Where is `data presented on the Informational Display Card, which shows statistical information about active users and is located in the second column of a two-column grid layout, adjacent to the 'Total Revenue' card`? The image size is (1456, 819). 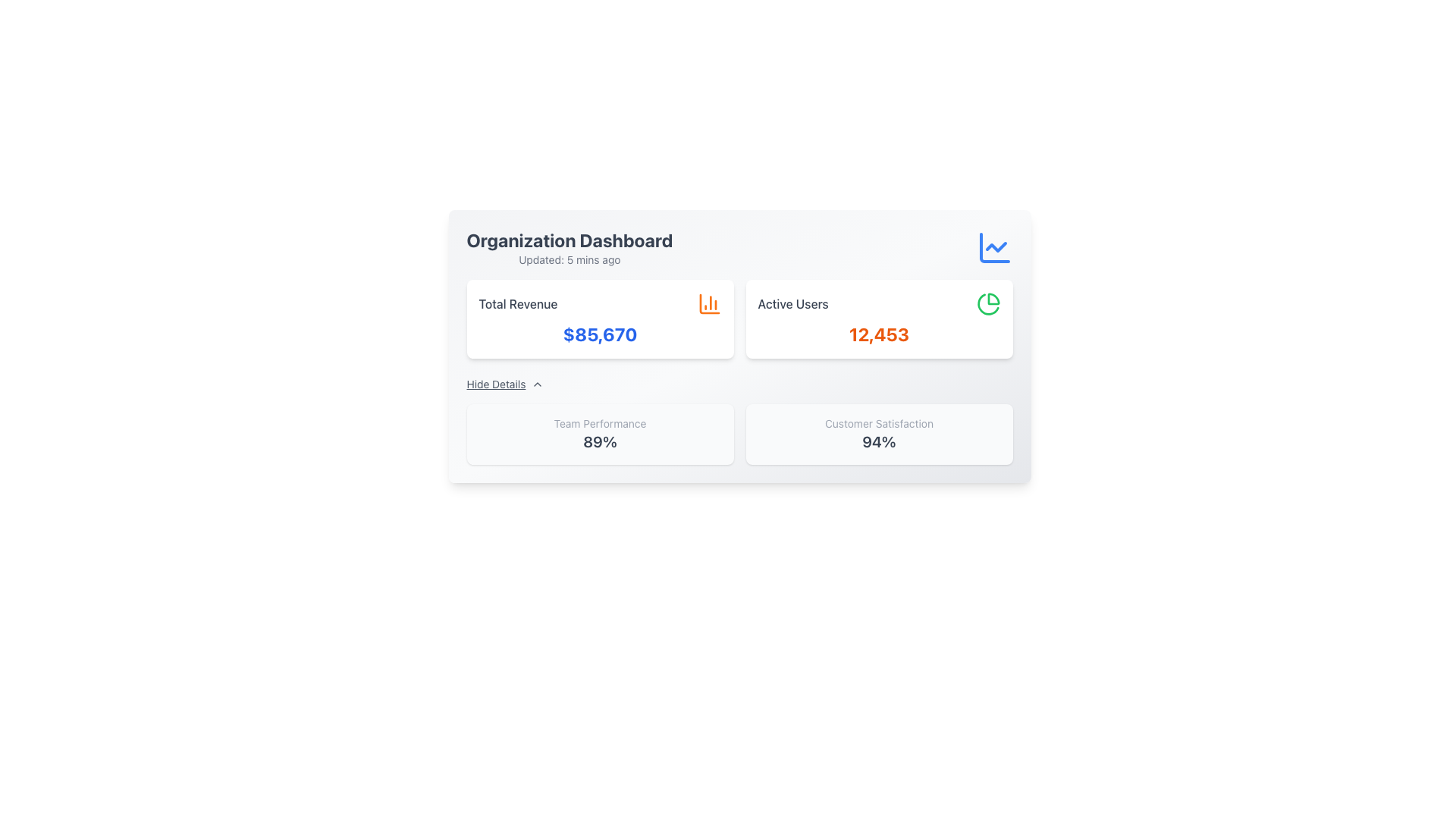 data presented on the Informational Display Card, which shows statistical information about active users and is located in the second column of a two-column grid layout, adjacent to the 'Total Revenue' card is located at coordinates (879, 318).